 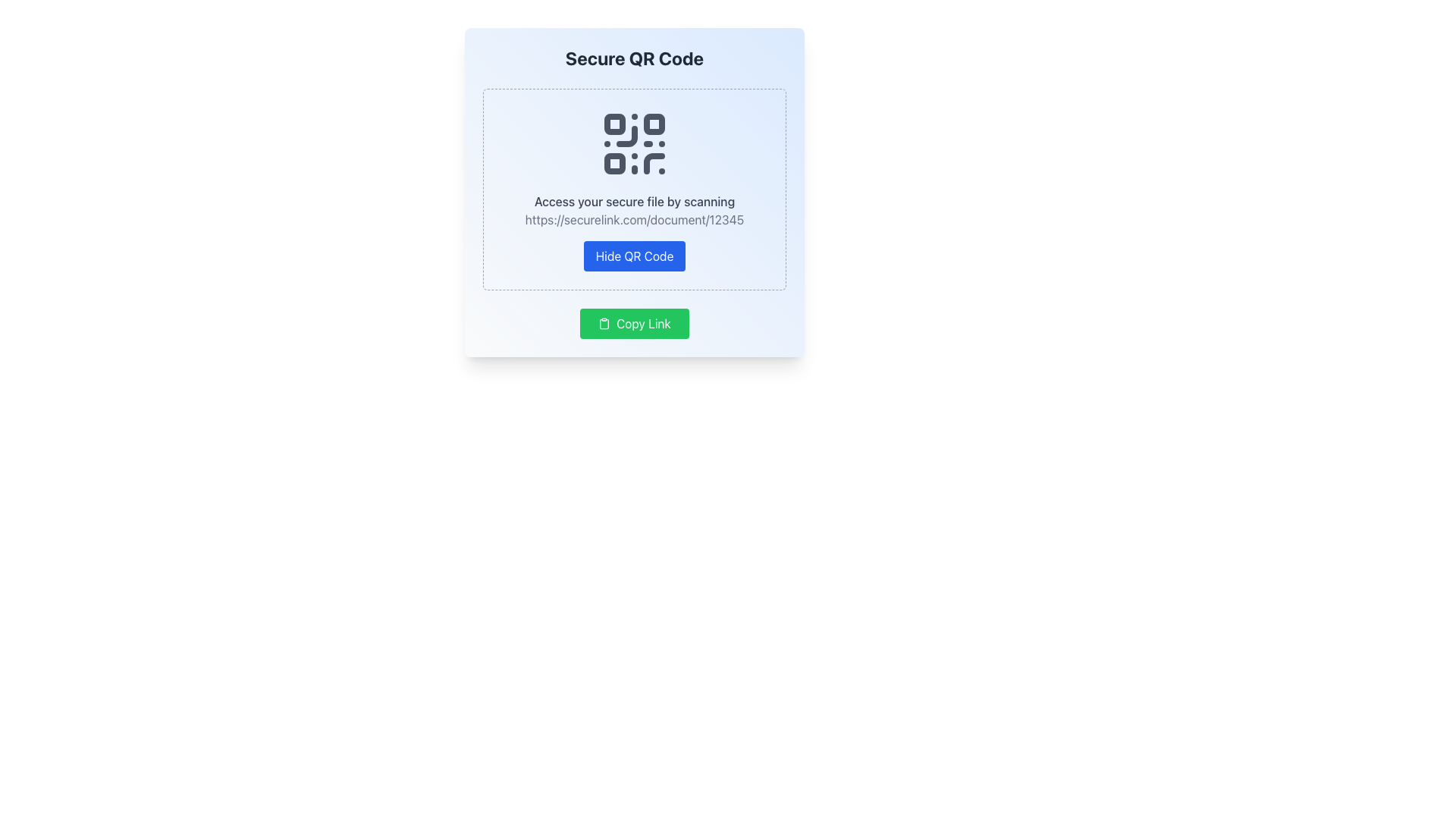 What do you see at coordinates (634, 210) in the screenshot?
I see `hyperlink in the Text Block located below the QR code icon and above the 'Hide QR Code' button` at bounding box center [634, 210].